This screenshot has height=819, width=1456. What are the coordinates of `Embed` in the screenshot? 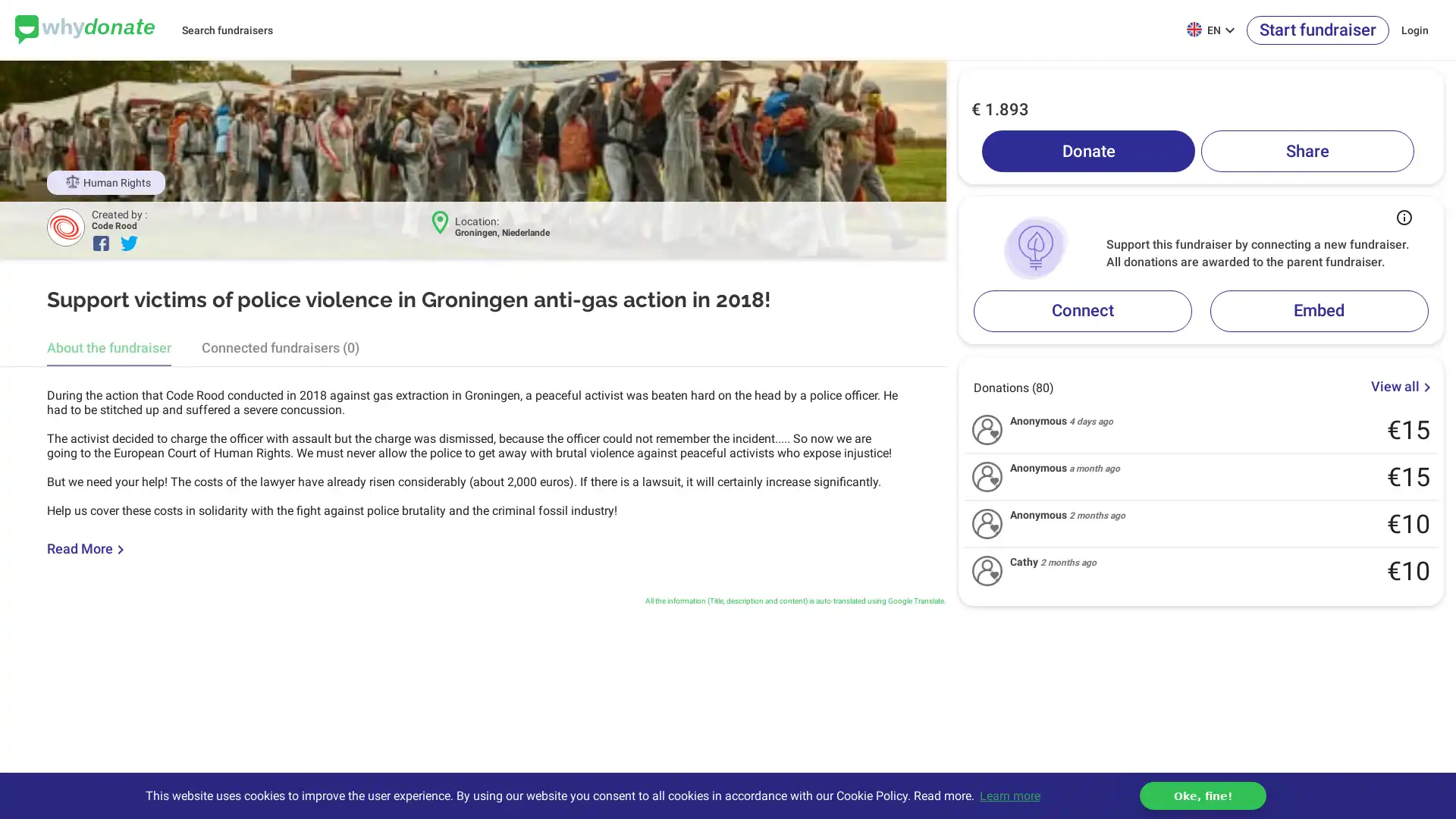 It's located at (1317, 309).